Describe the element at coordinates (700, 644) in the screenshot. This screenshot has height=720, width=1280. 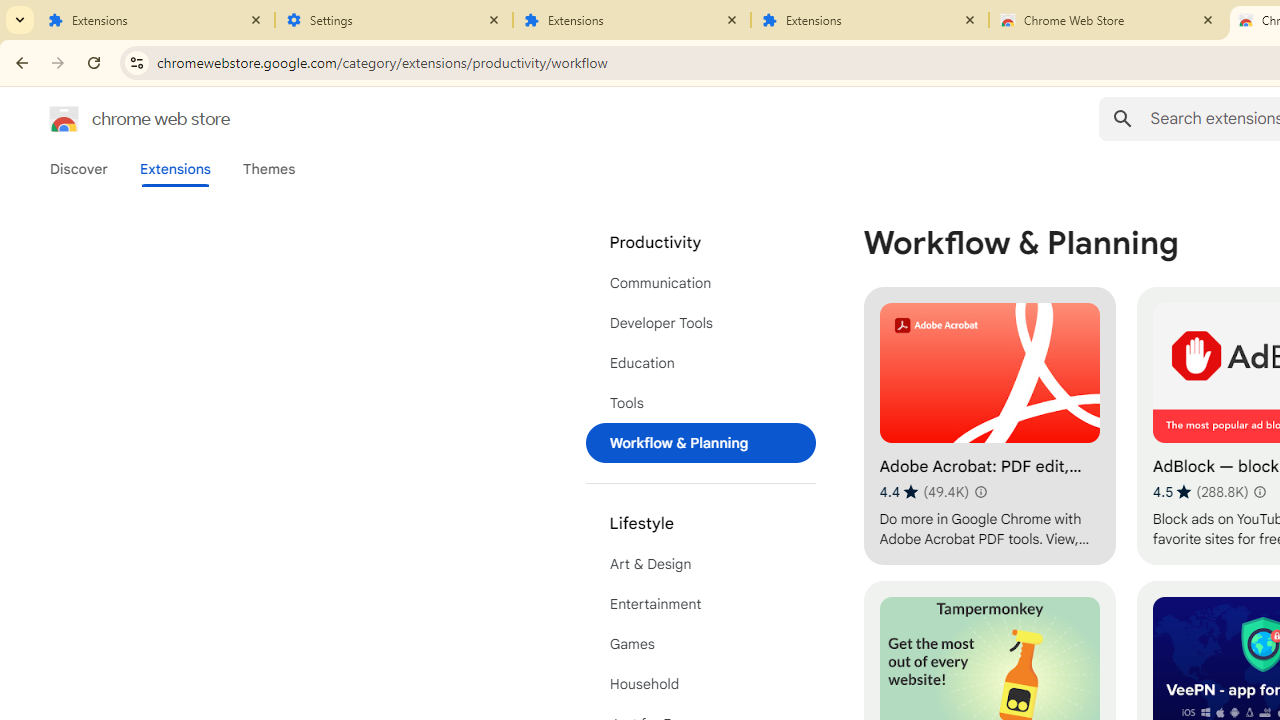
I see `'Games'` at that location.